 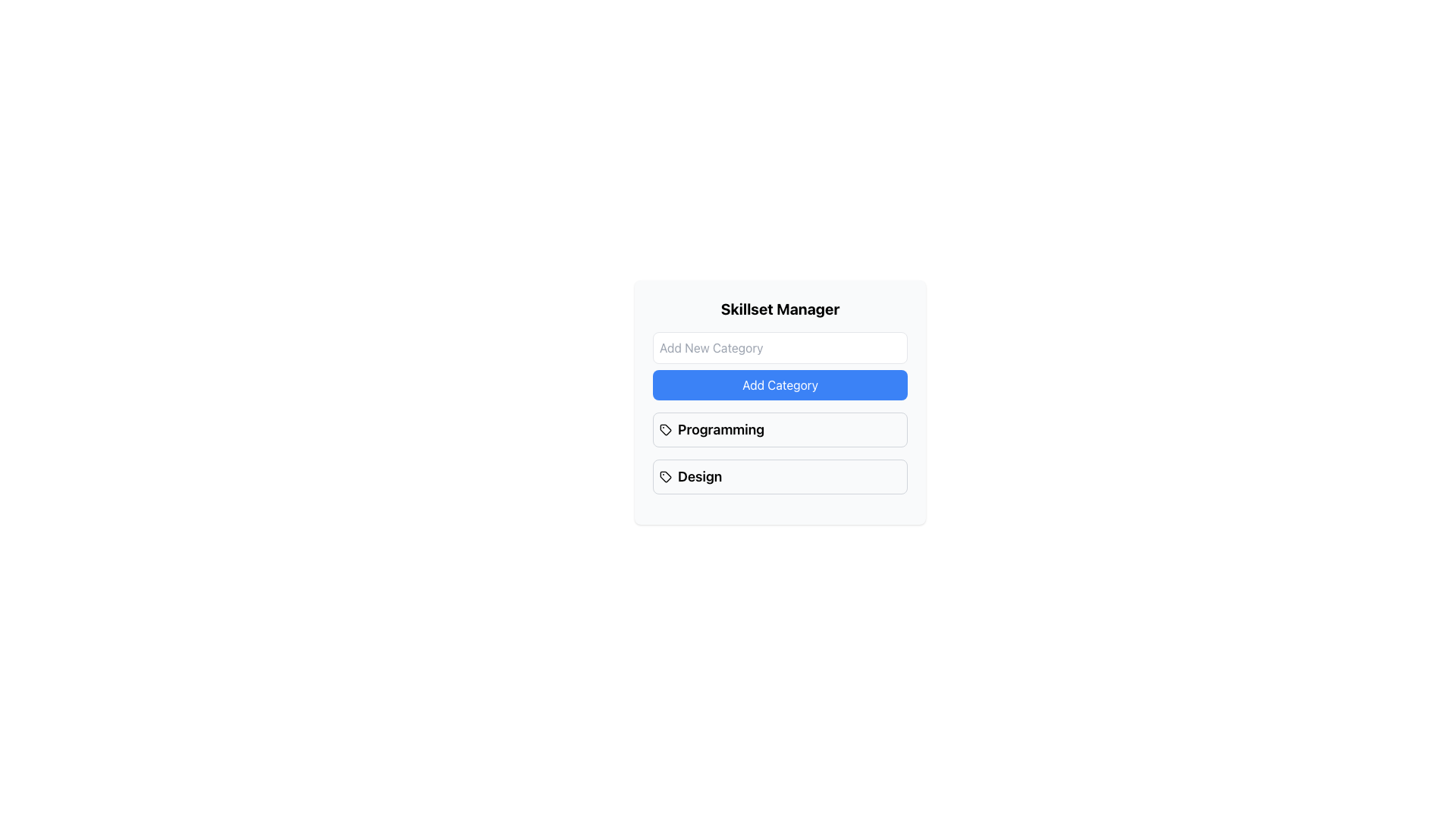 I want to click on the tag icon, which is a minimalistic slanted rectangular shape with a small circle, located to the left of the 'Design' text label in the 'Skillset Manager' section, so click(x=666, y=430).